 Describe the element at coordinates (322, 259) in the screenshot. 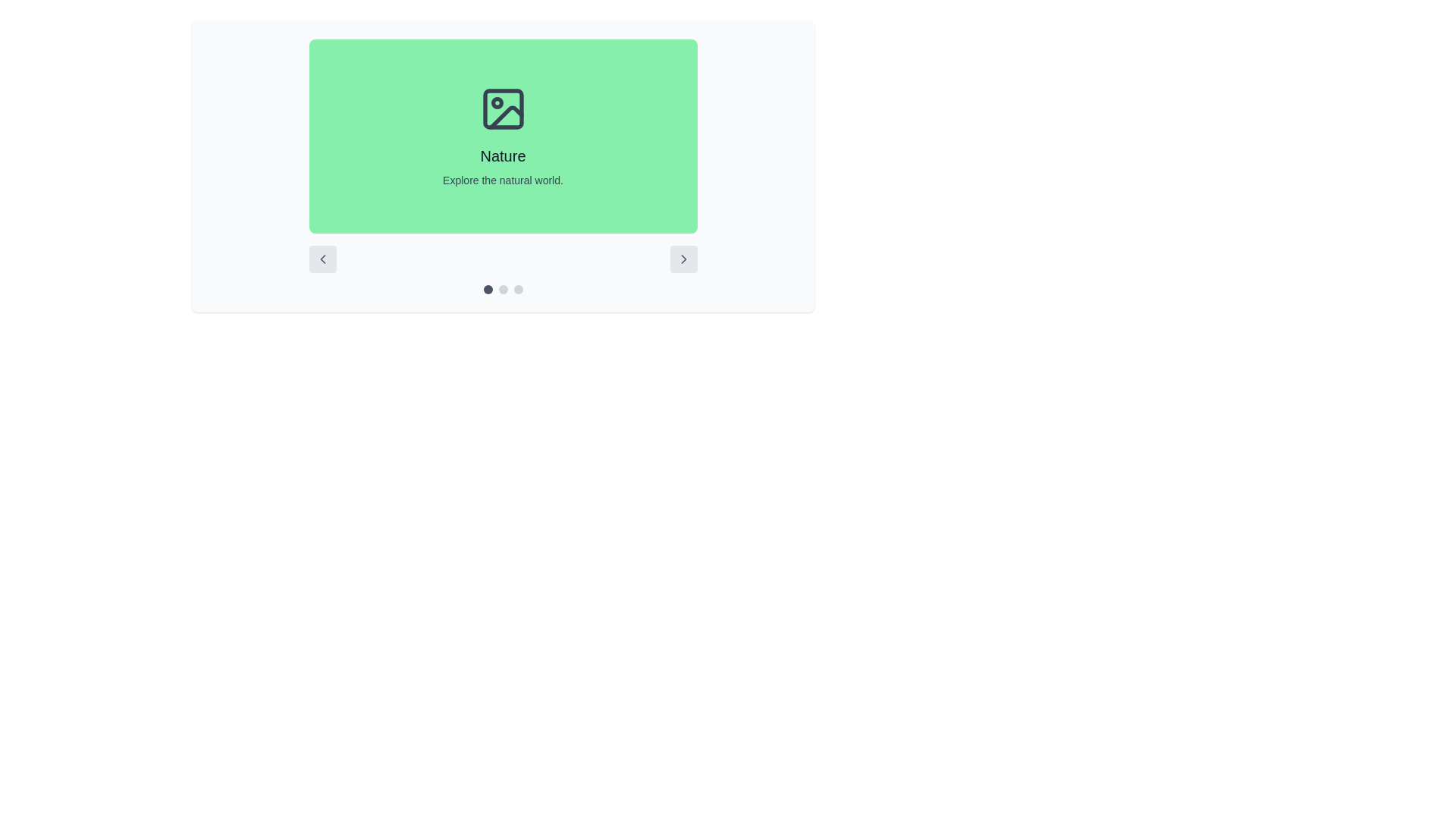

I see `the left-chevron arrow icon used for navigating to the previous item in the carousel` at that location.